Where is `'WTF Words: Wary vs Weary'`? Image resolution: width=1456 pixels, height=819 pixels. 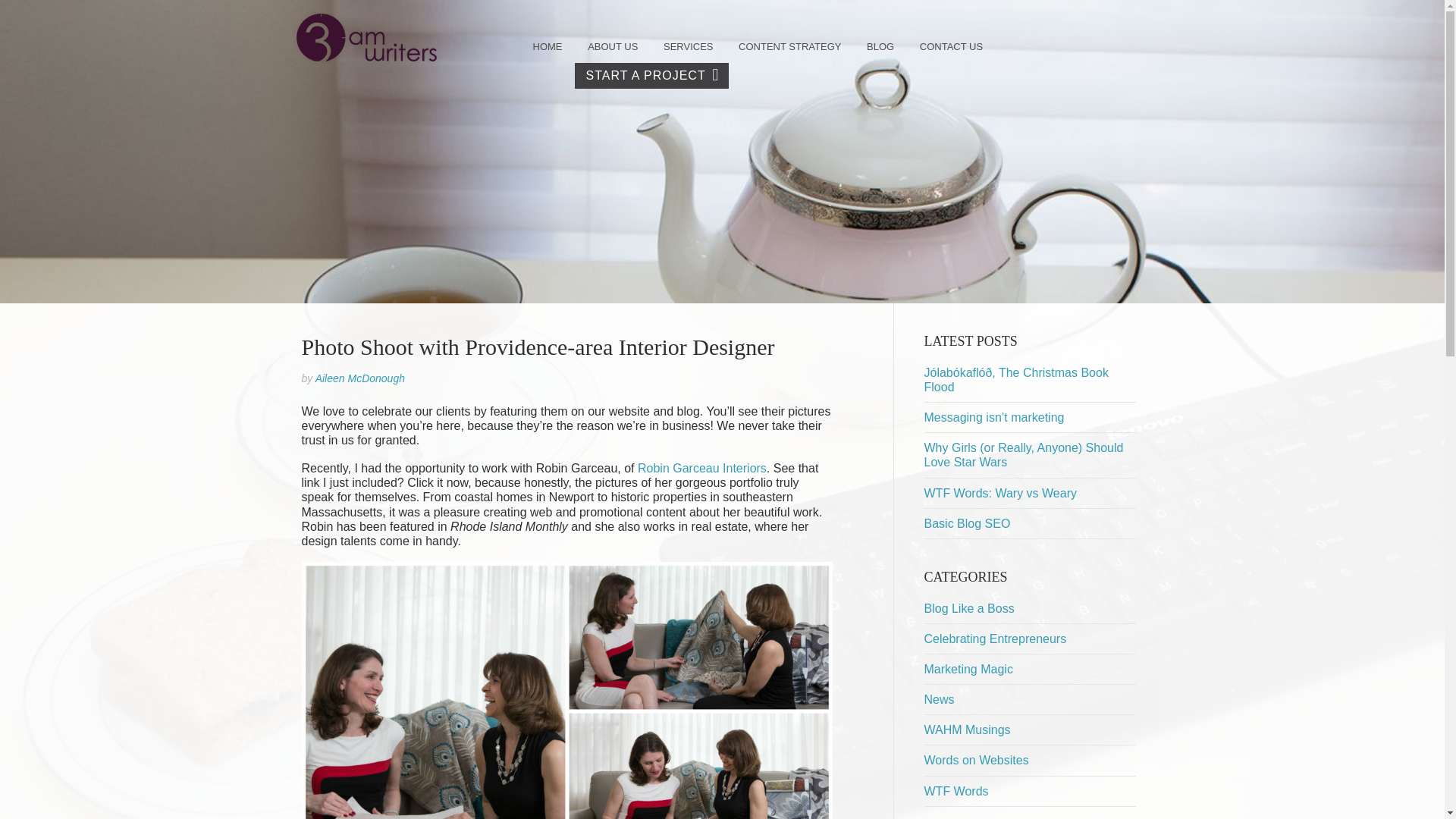 'WTF Words: Wary vs Weary' is located at coordinates (999, 493).